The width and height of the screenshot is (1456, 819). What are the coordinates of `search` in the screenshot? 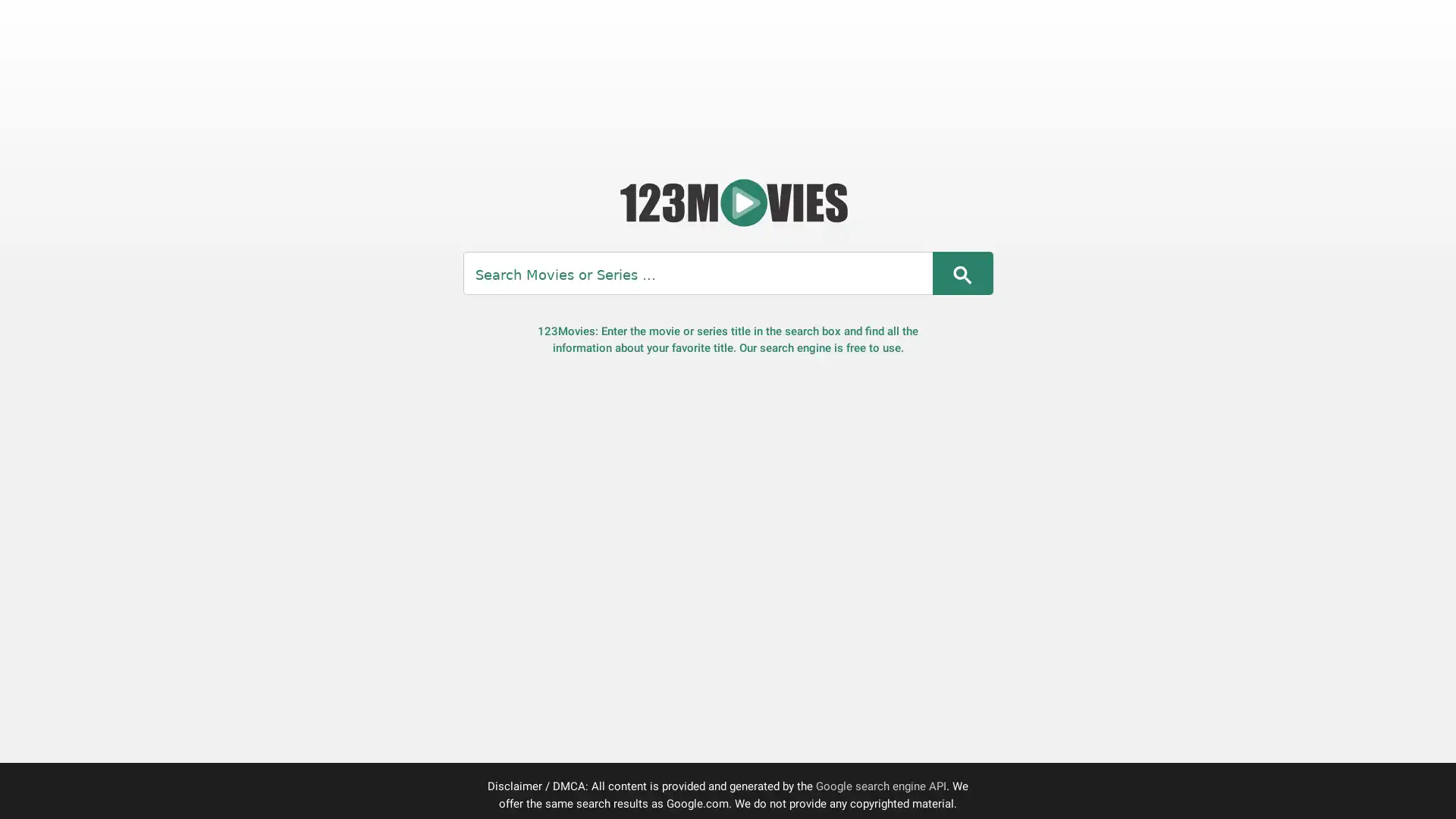 It's located at (961, 273).